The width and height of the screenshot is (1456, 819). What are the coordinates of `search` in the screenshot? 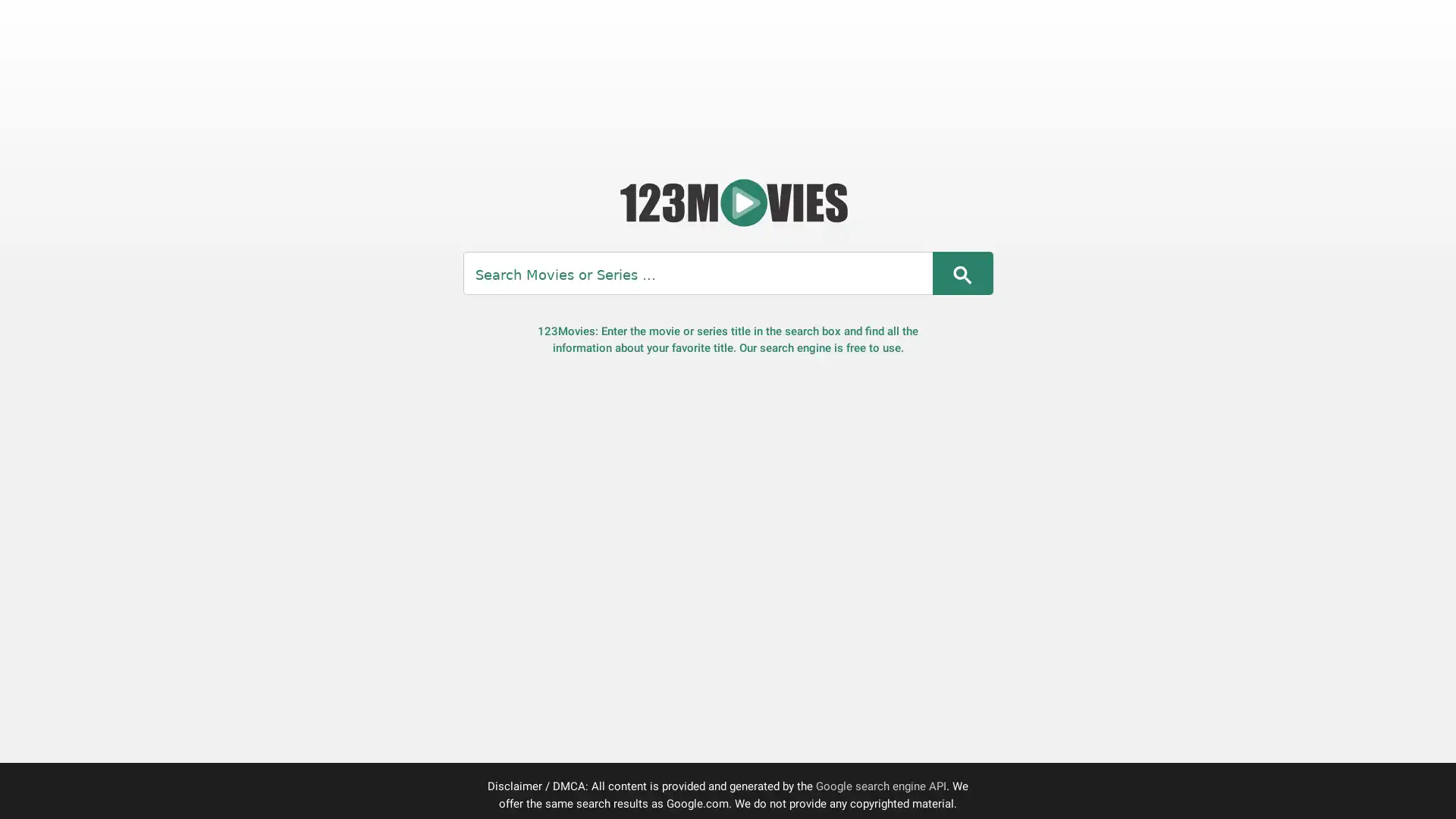 It's located at (961, 273).